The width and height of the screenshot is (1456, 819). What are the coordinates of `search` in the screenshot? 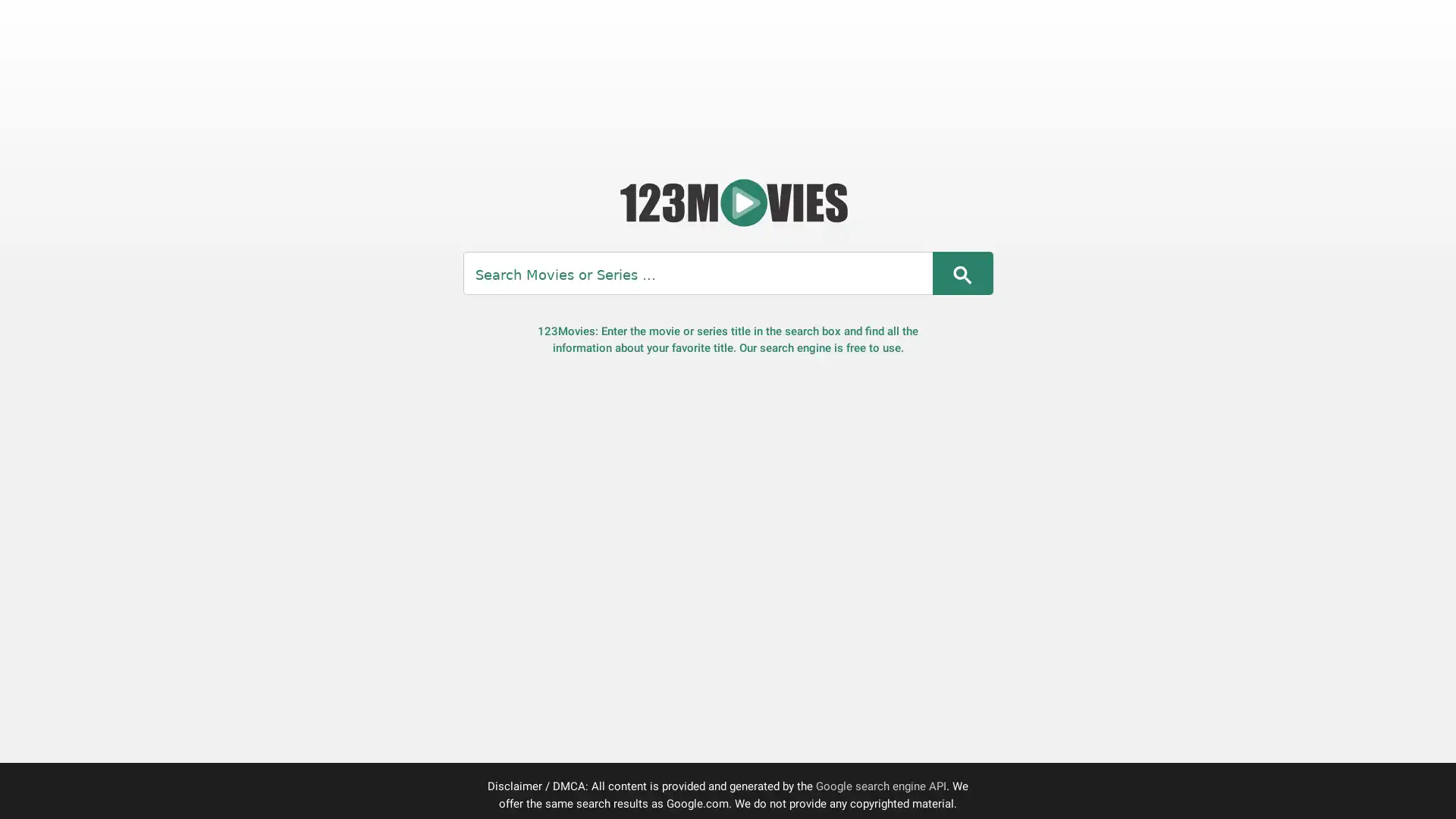 It's located at (961, 273).